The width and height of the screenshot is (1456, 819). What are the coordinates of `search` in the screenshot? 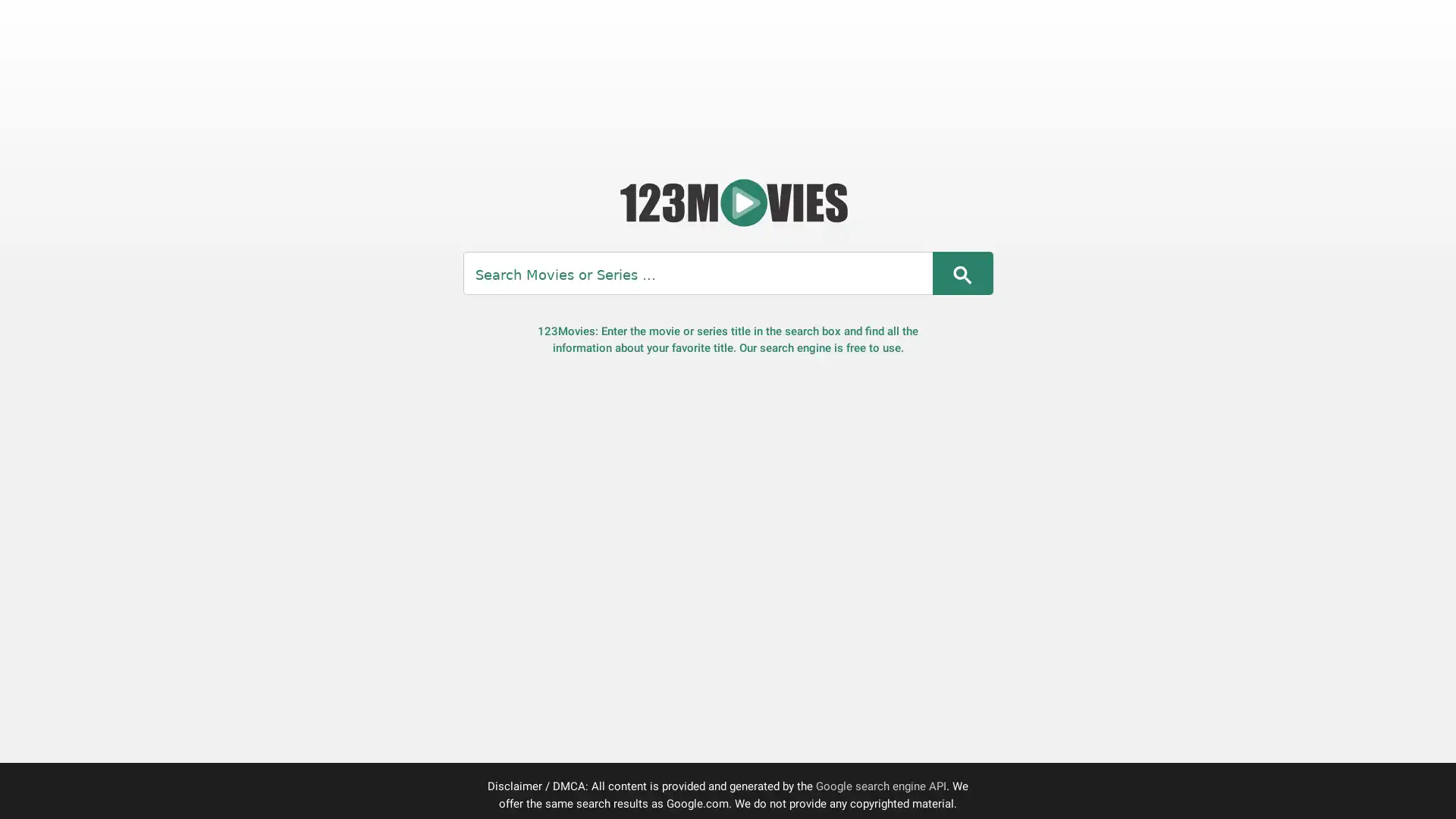 It's located at (961, 273).